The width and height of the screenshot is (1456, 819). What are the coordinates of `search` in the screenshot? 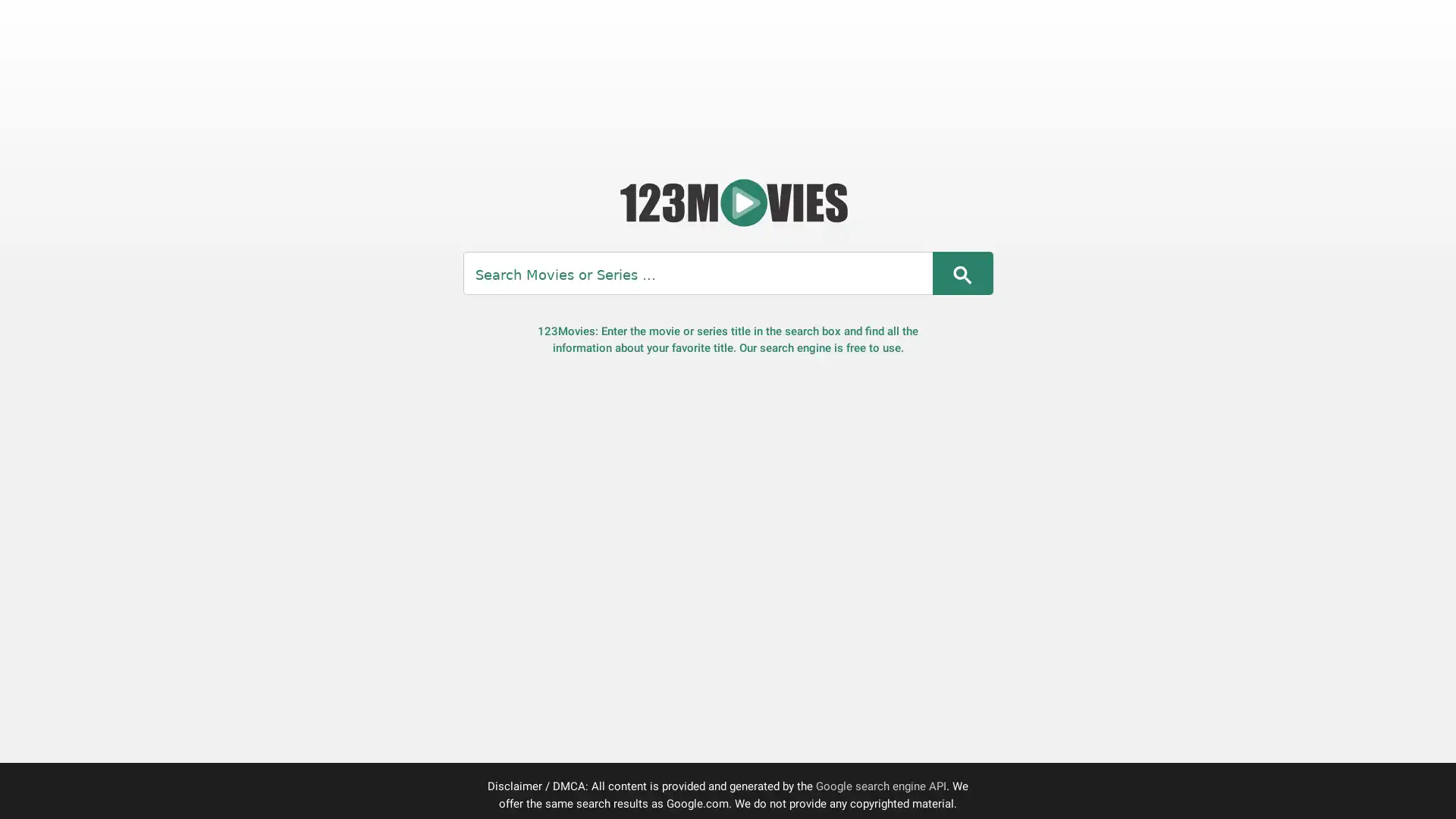 It's located at (961, 273).